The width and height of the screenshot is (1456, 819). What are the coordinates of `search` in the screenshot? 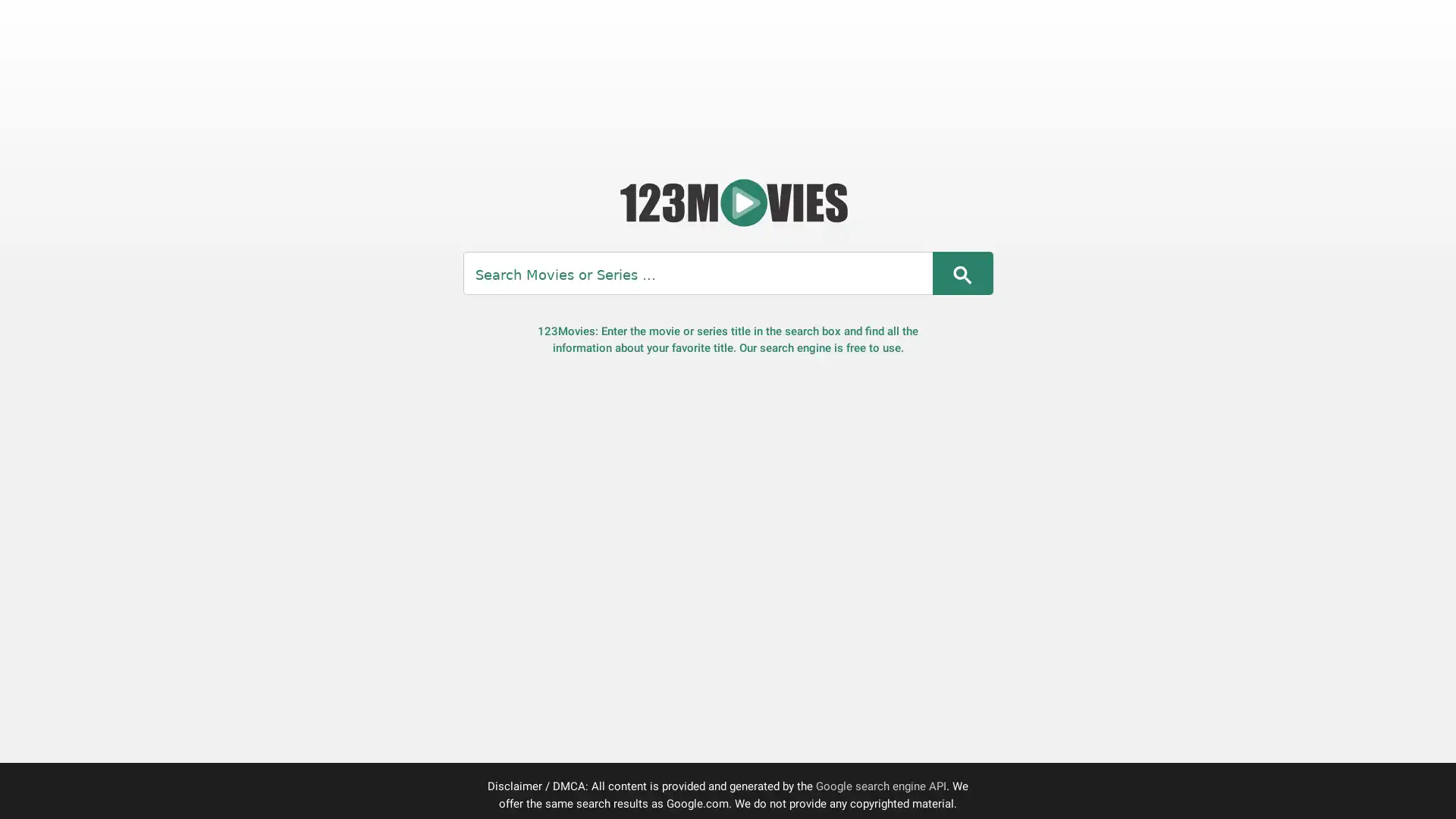 It's located at (961, 273).